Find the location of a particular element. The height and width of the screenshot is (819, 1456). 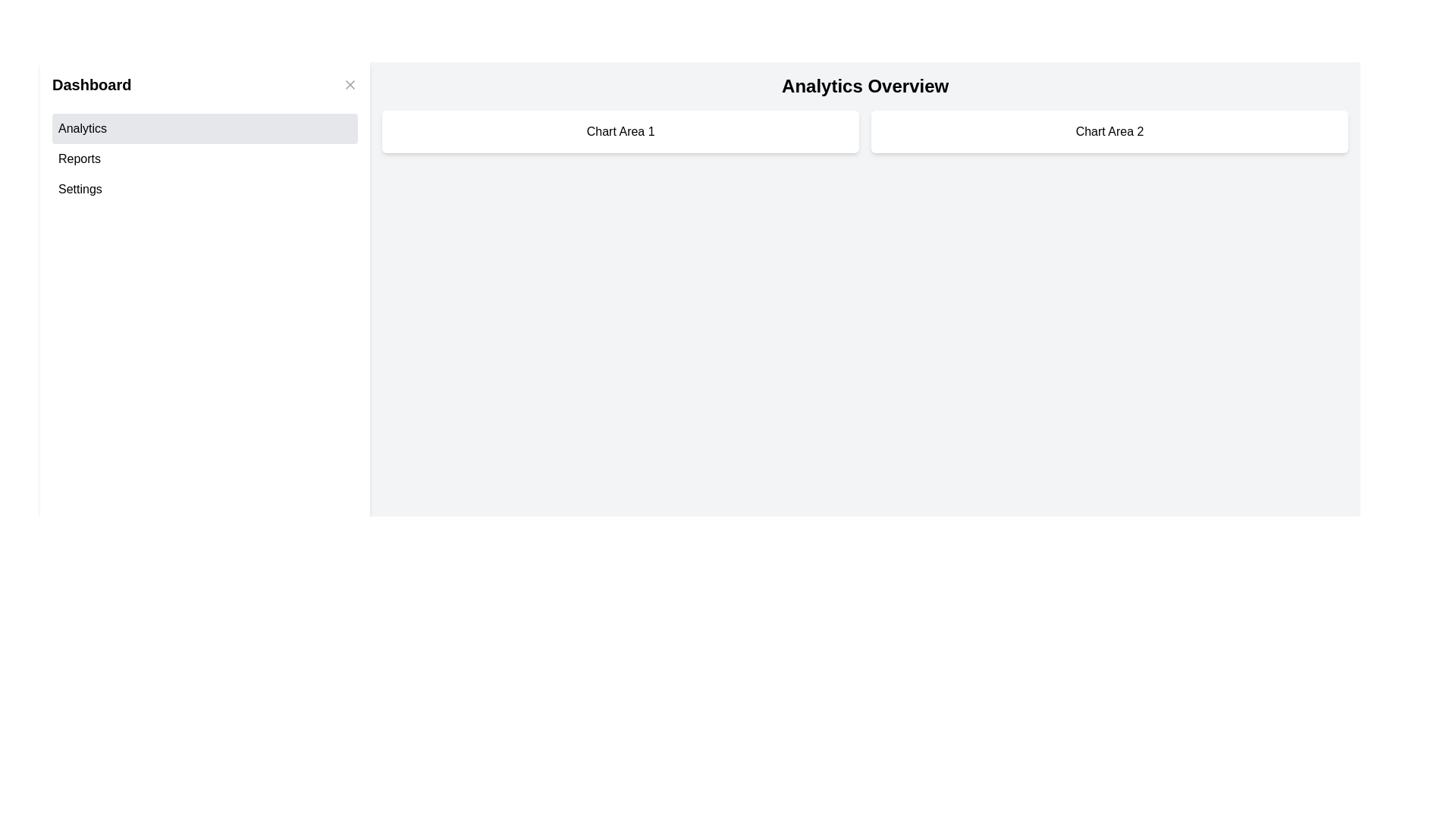

the small gray 'X' button in the top-right corner of the Dashboard panel is located at coordinates (350, 84).